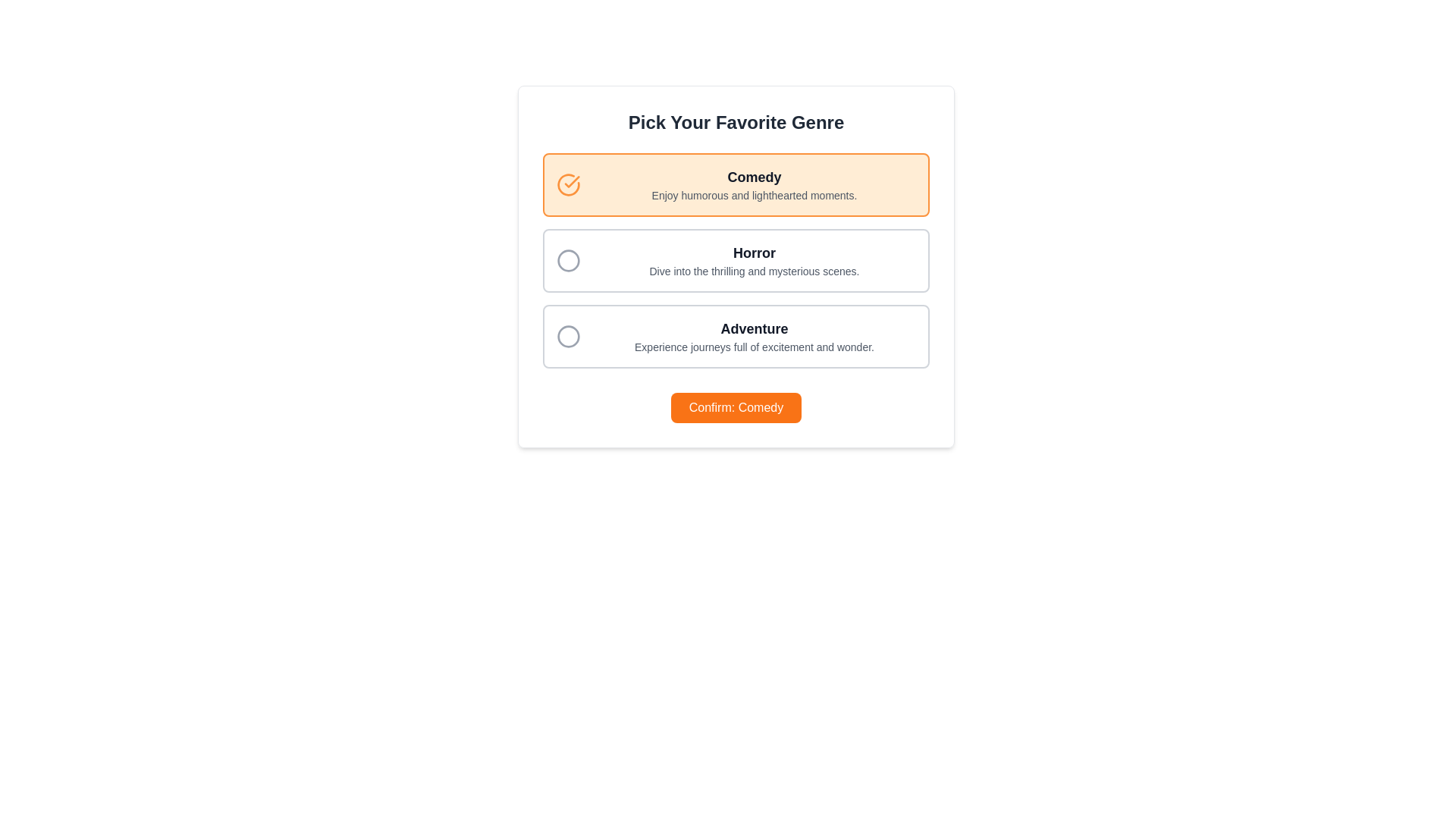  I want to click on the text label providing a title and description for the 'Adventure' choice in the genre selection interface, located in the third card under 'Pick Your Favorite Genre', so click(754, 335).